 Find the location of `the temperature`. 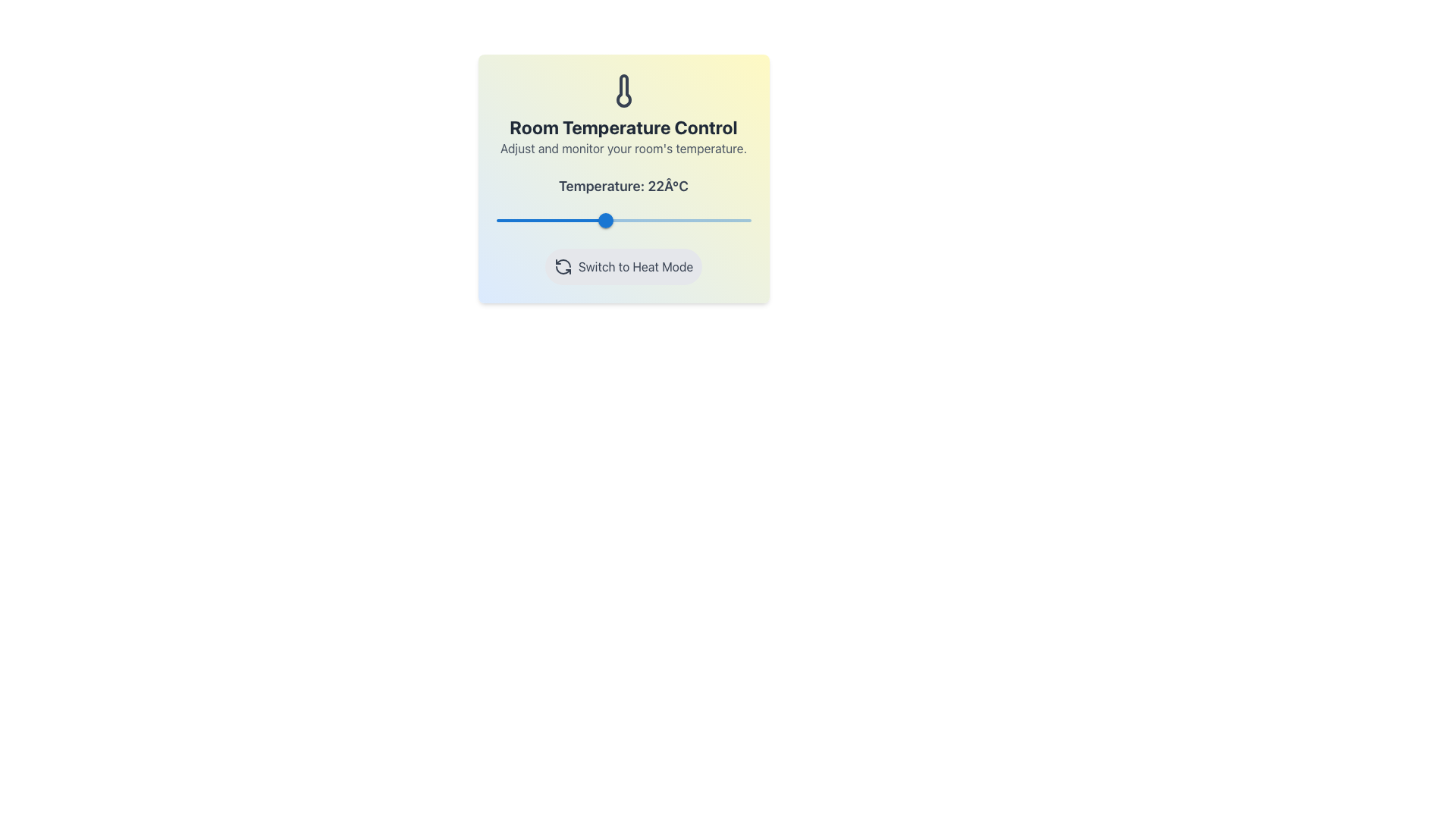

the temperature is located at coordinates (598, 220).